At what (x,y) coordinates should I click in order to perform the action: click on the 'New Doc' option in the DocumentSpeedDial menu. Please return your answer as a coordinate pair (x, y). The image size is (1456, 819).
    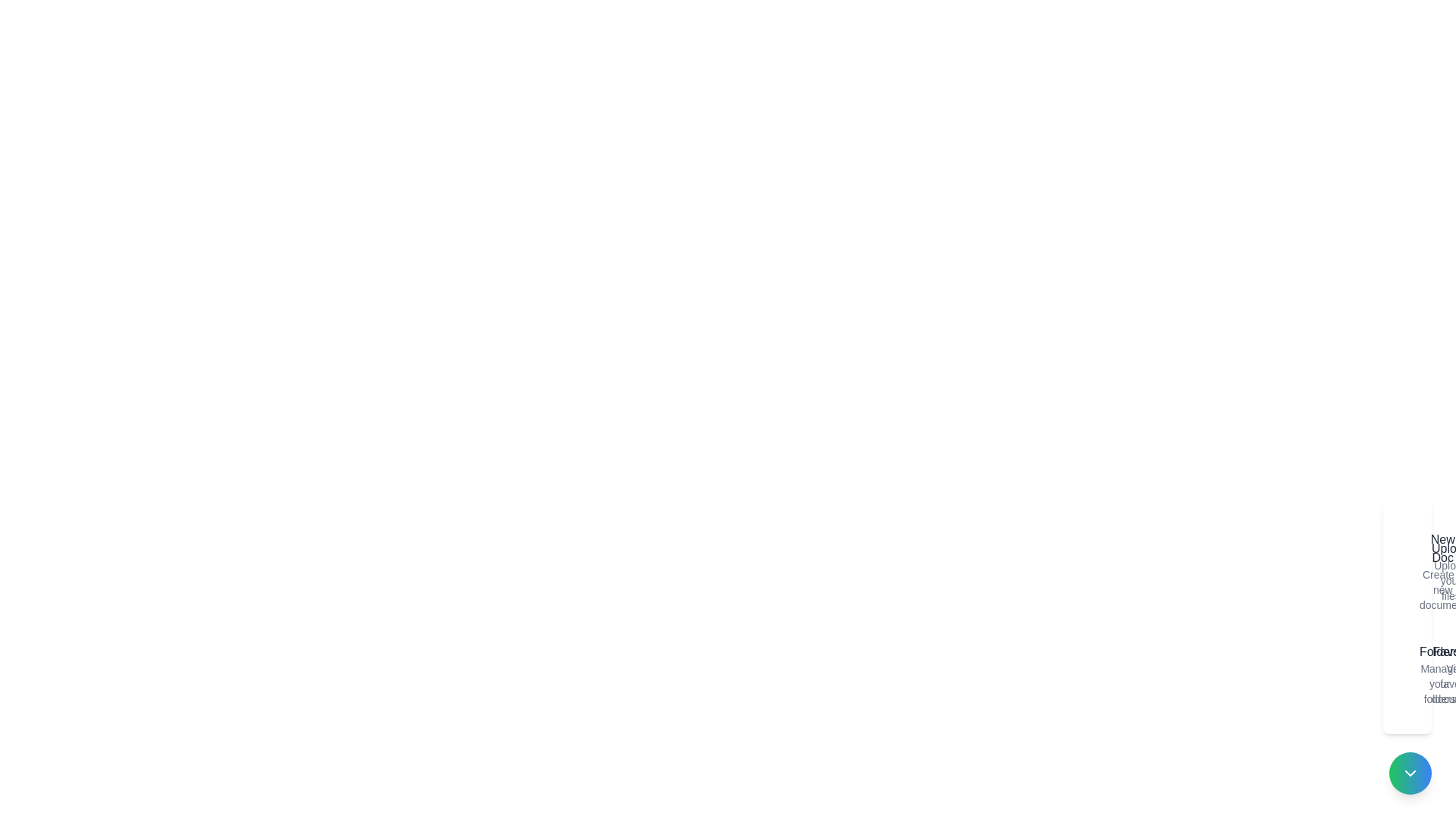
    Looking at the image, I should click on (1410, 571).